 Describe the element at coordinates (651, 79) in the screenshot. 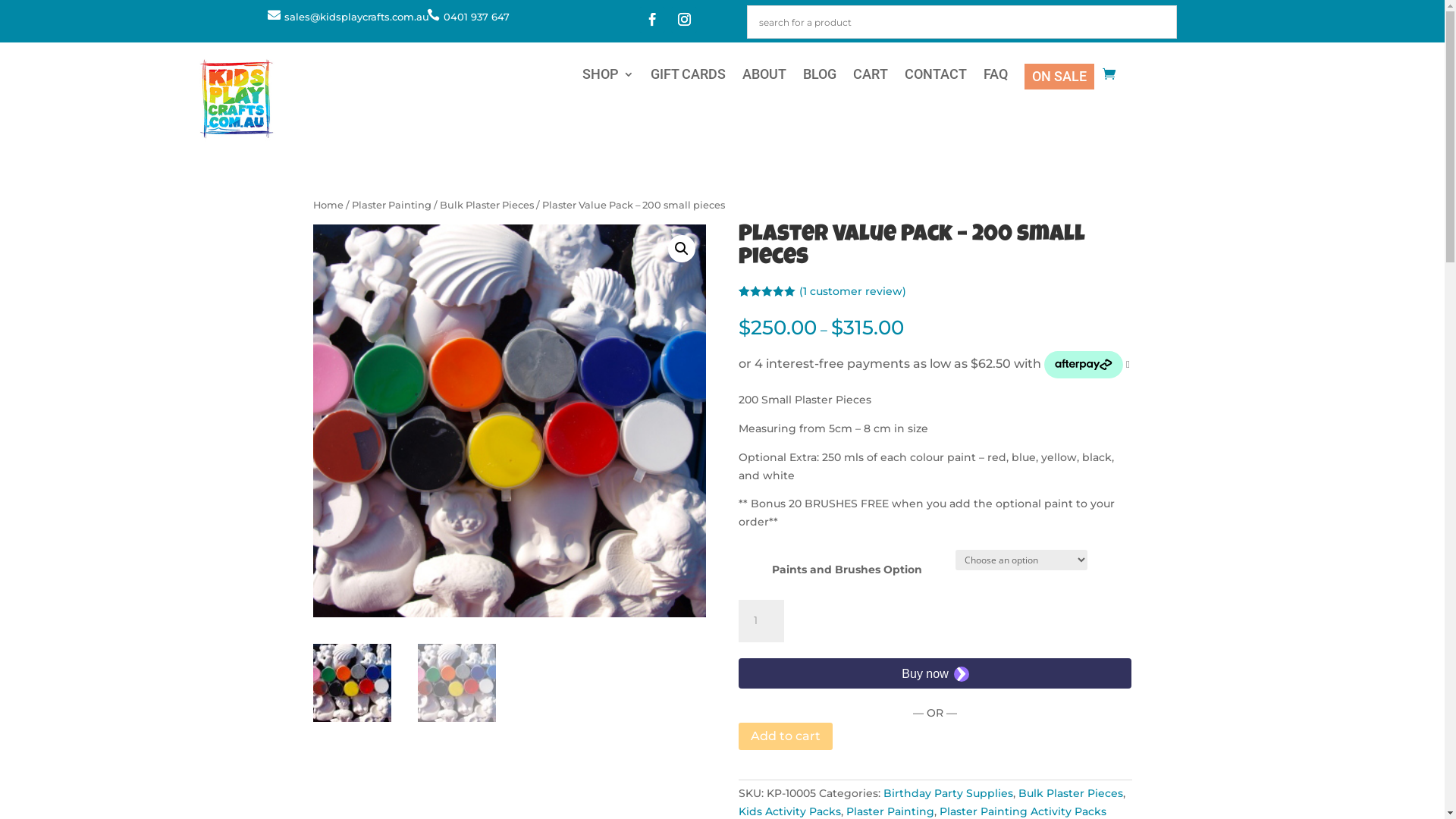

I see `'GIFT CARDS'` at that location.